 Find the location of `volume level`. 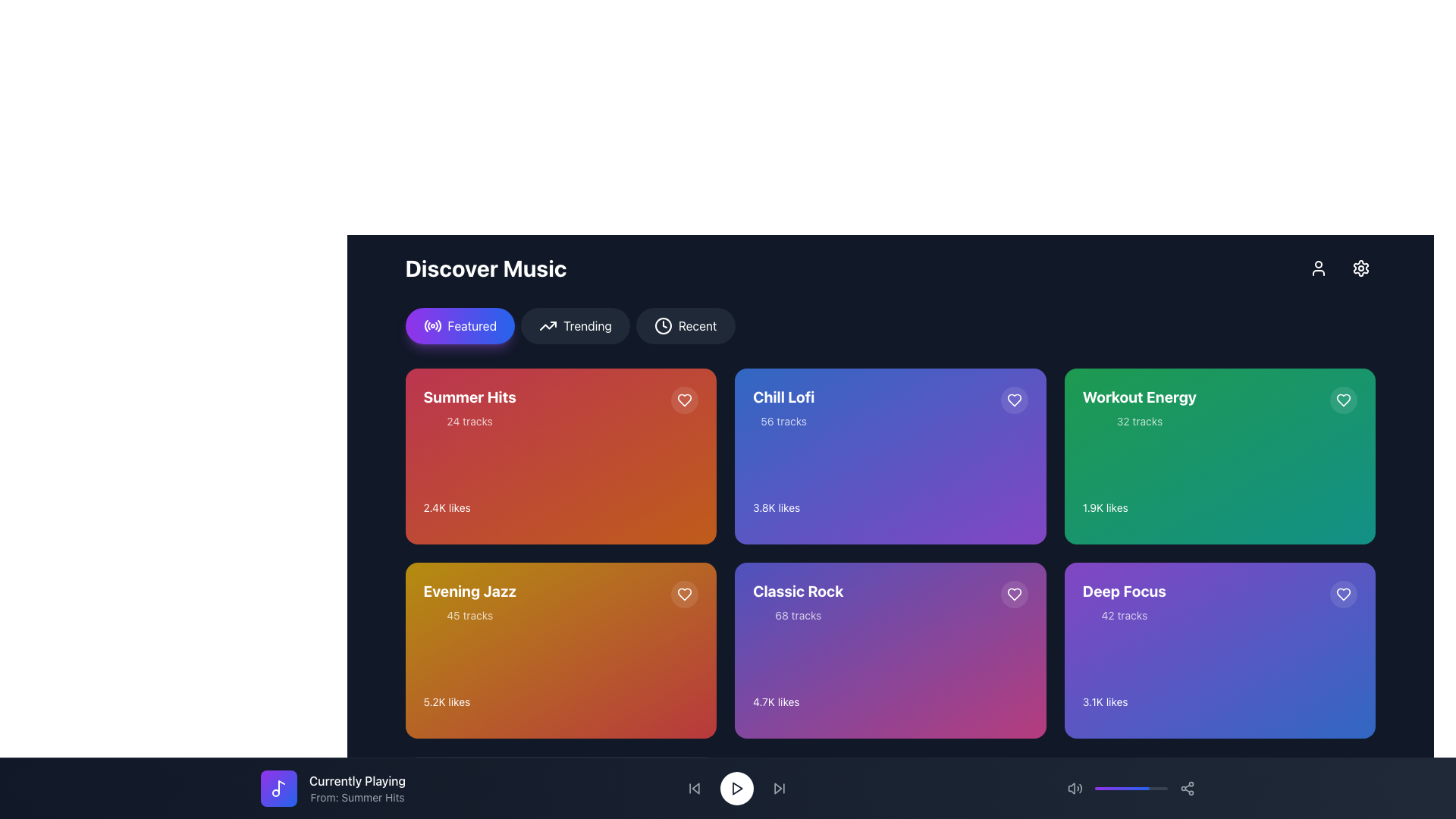

volume level is located at coordinates (1116, 788).